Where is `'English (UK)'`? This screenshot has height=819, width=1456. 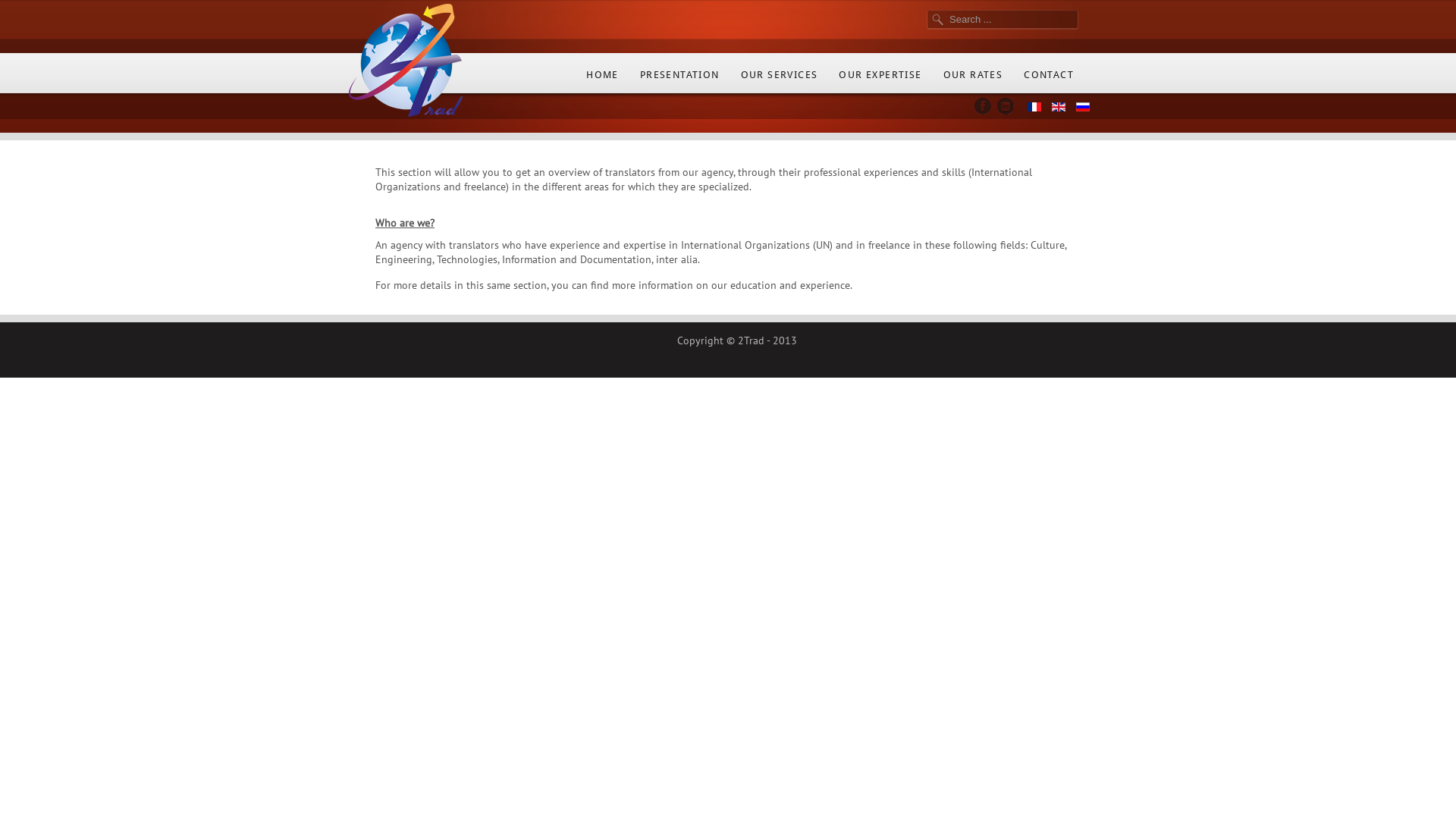
'English (UK)' is located at coordinates (1051, 105).